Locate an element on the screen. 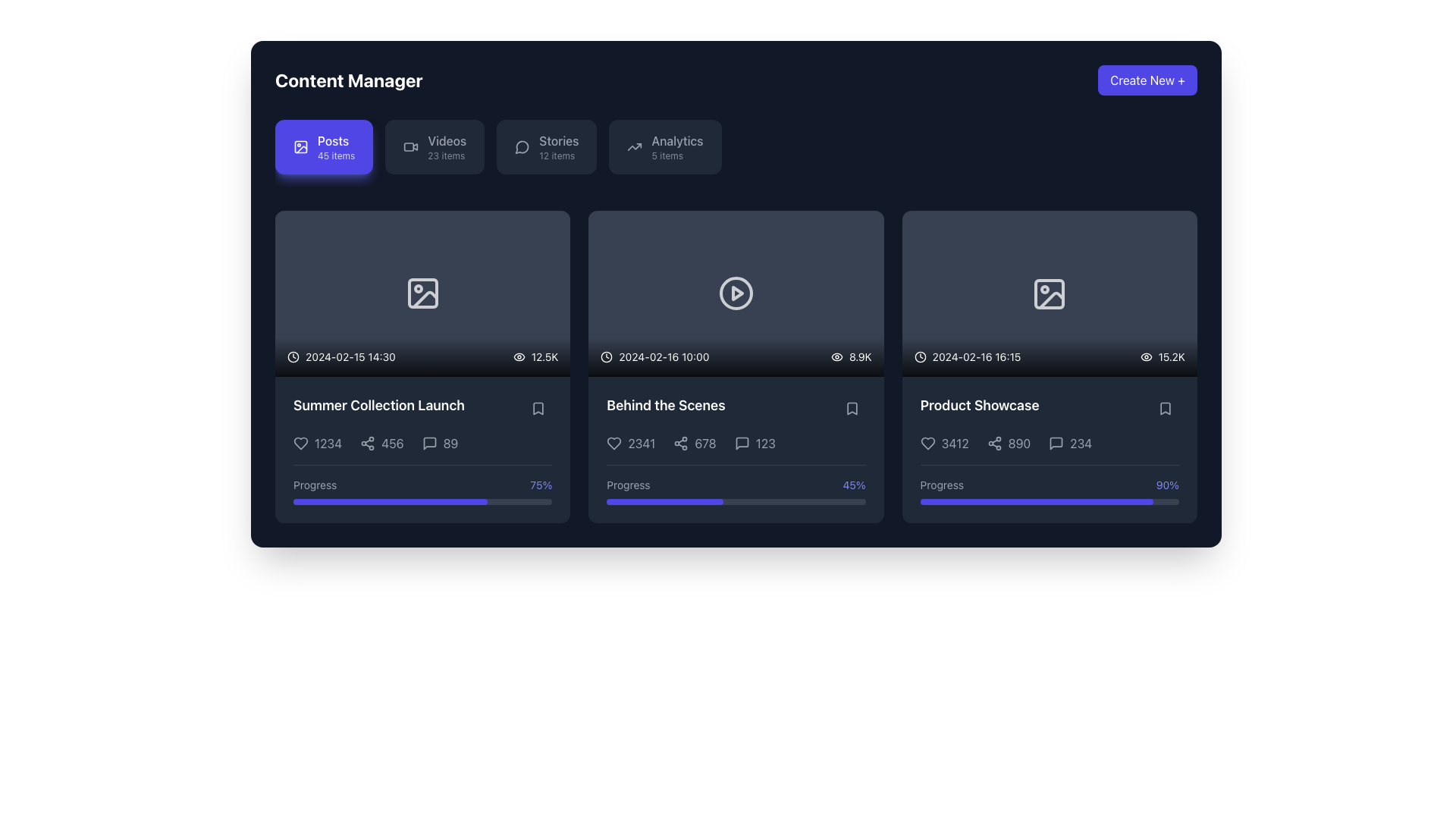  the eye icon representing visibility, which is located beside the '8.9K' metric text within the 'Behind the Scenes' card is located at coordinates (836, 356).